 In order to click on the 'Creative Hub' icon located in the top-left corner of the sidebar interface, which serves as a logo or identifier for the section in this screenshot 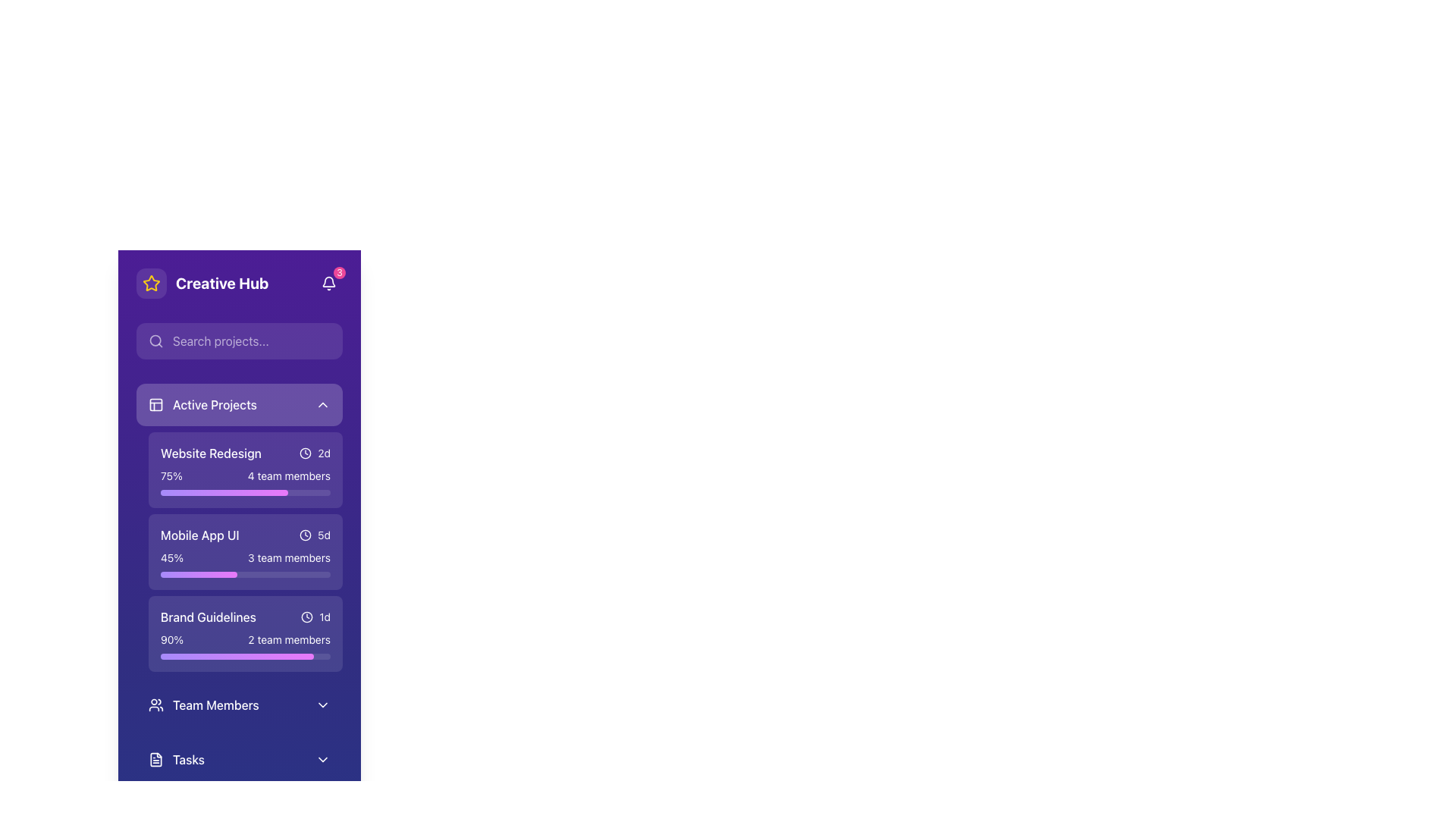, I will do `click(152, 283)`.